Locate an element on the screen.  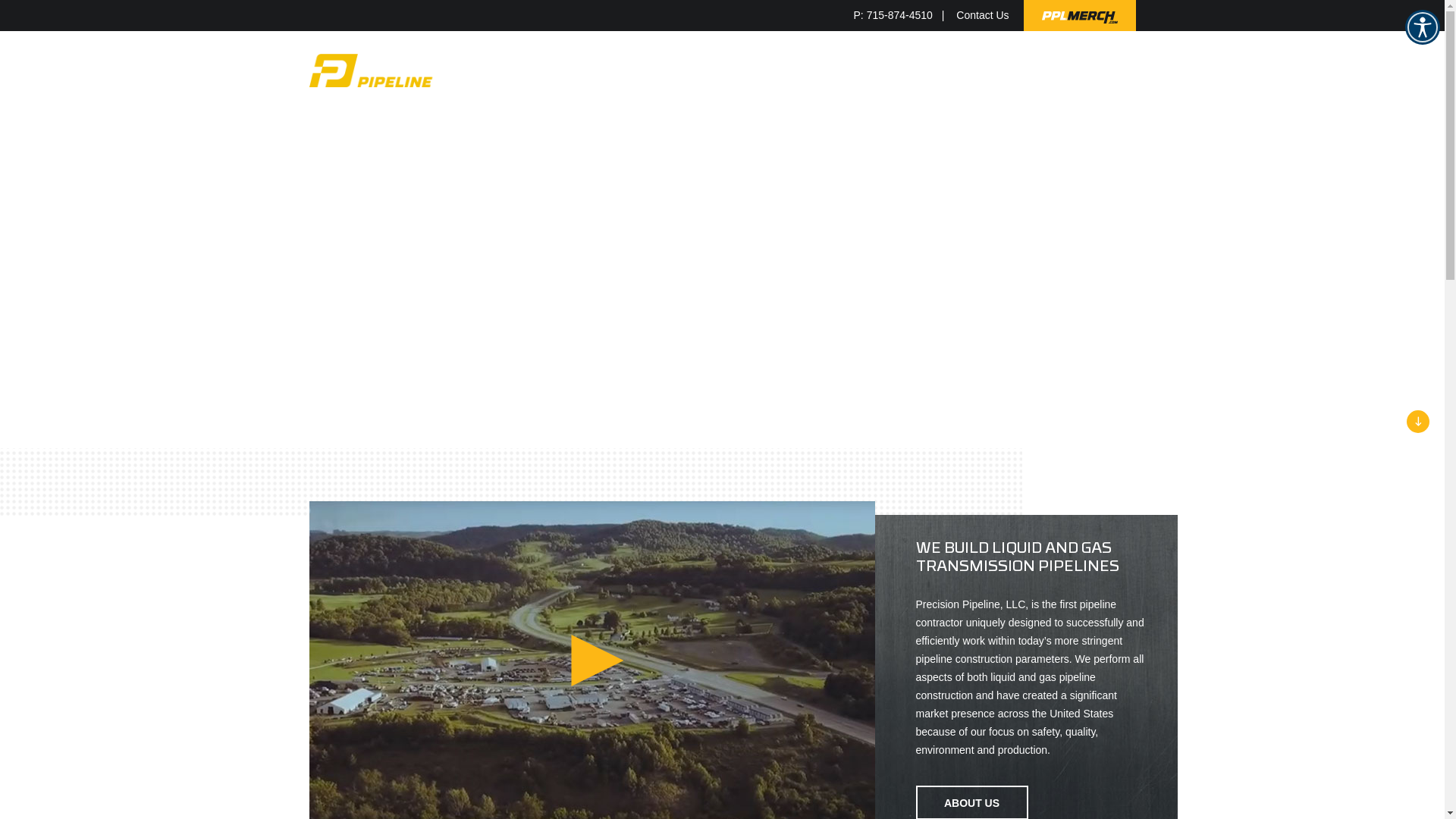
'Precision Pipeline' is located at coordinates (407, 70).